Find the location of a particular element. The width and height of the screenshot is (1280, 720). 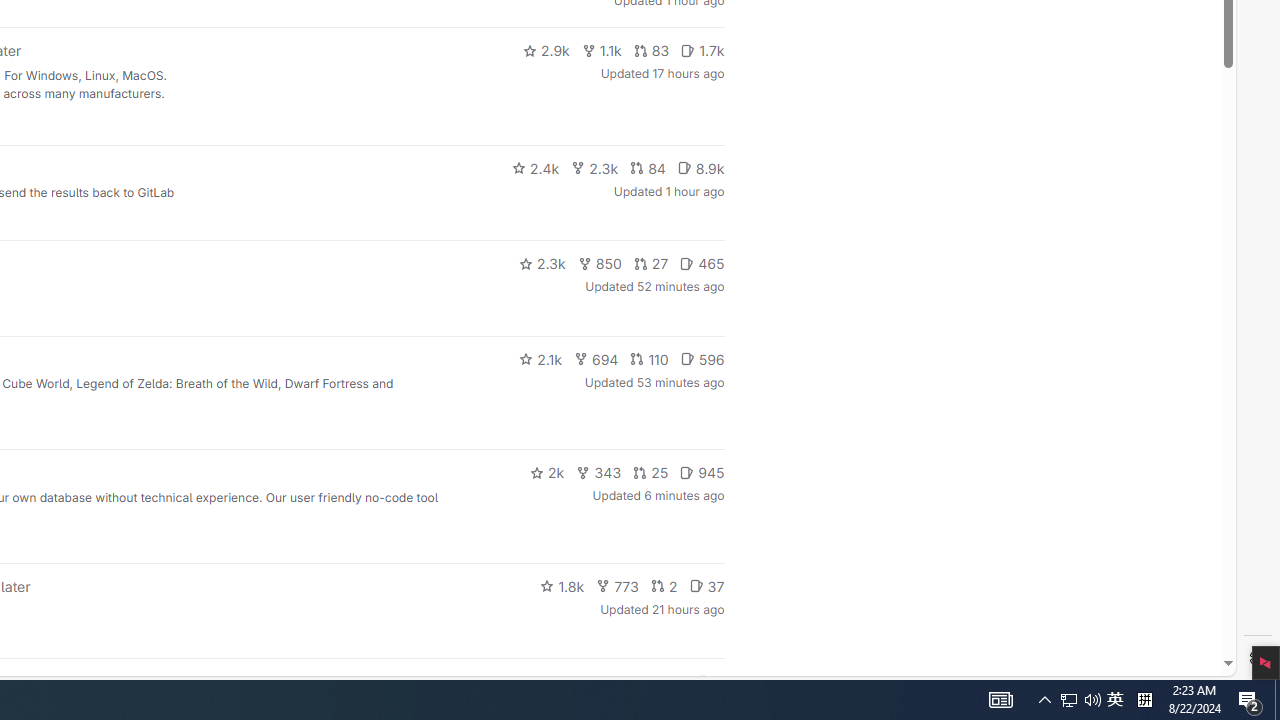

'1.8k' is located at coordinates (561, 585).